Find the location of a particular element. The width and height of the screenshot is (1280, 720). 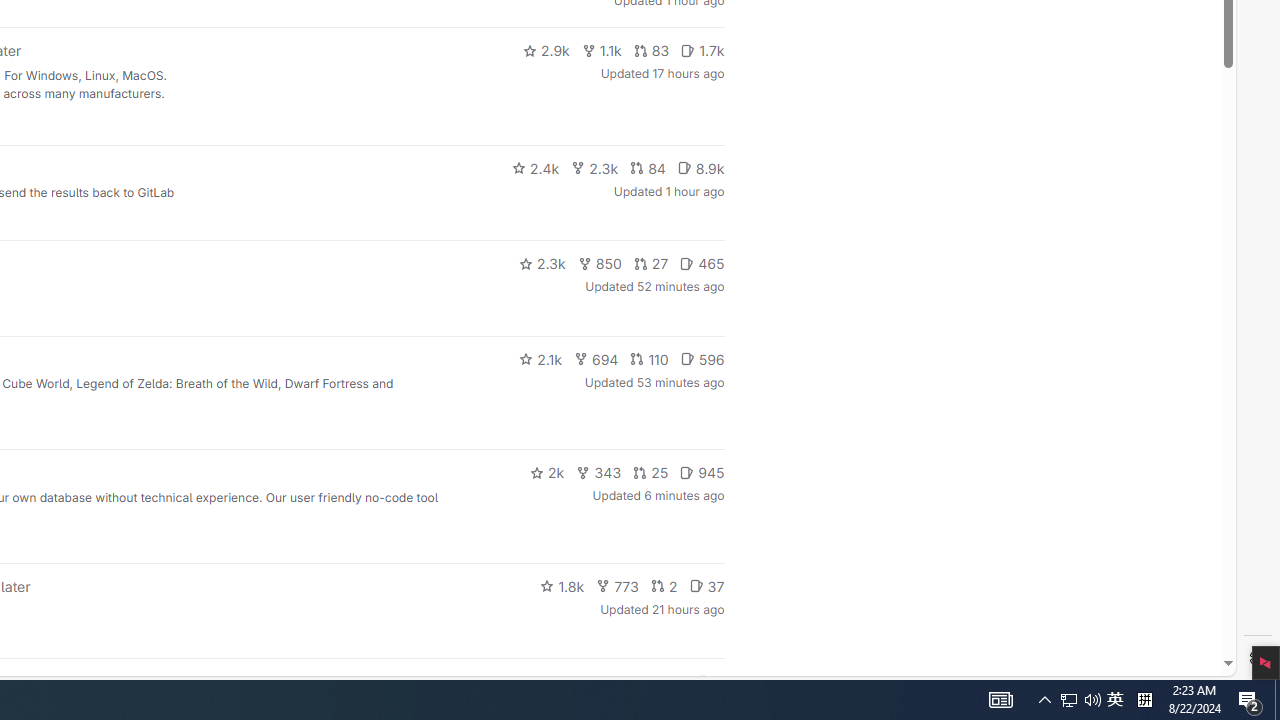

'1.8k' is located at coordinates (561, 585).